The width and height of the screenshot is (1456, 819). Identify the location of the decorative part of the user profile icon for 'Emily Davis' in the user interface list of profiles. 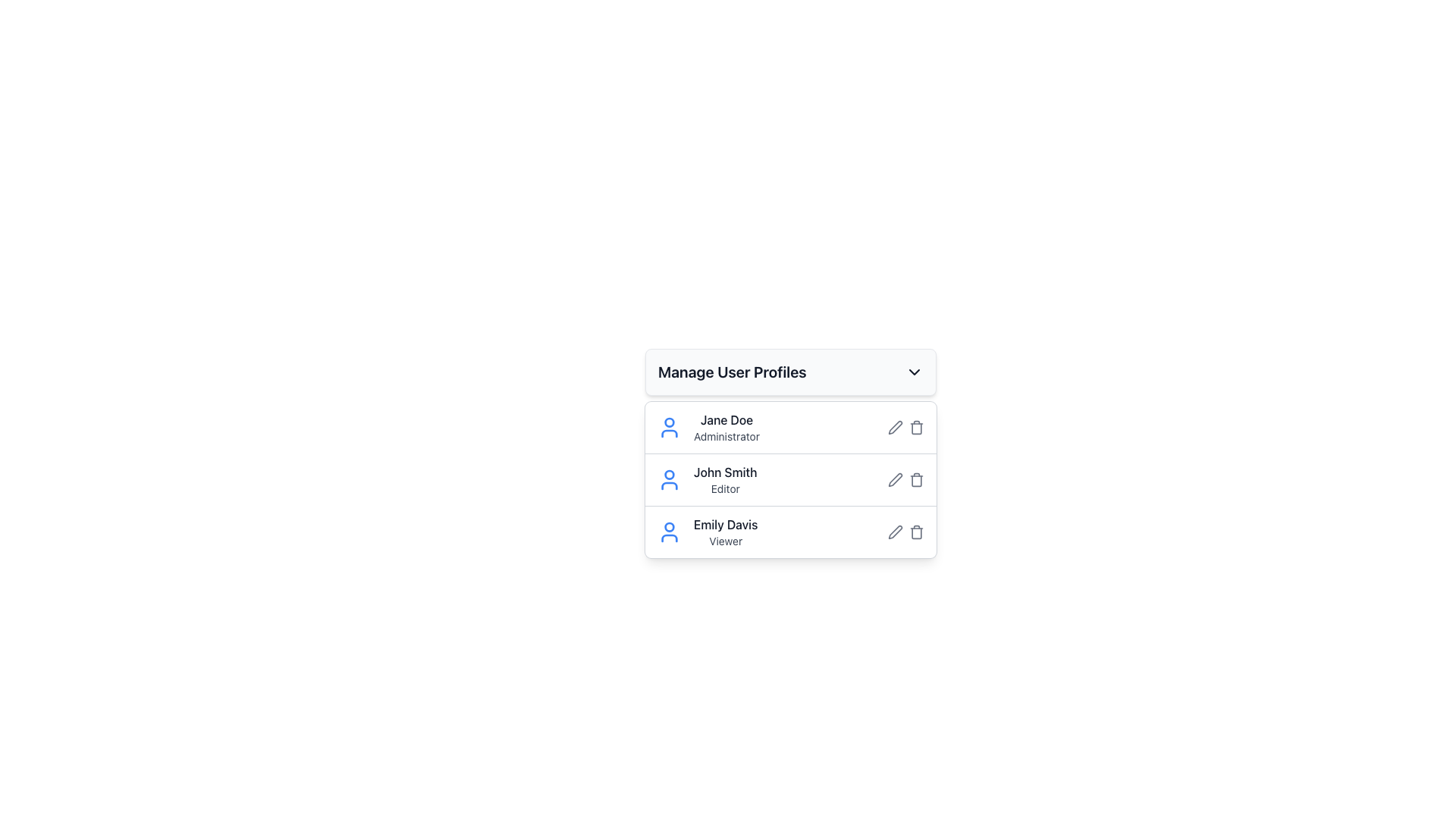
(669, 537).